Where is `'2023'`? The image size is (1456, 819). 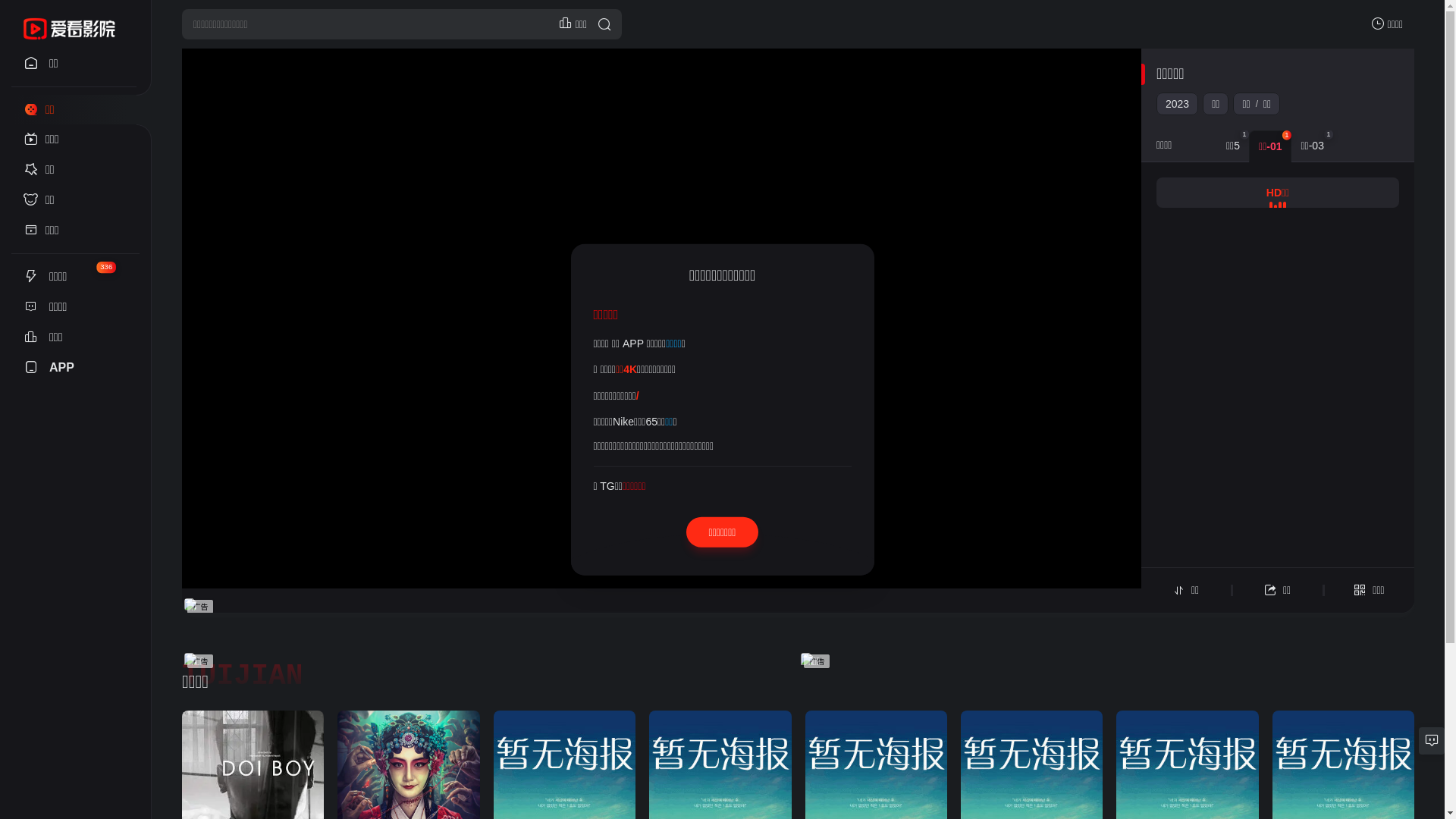 '2023' is located at coordinates (1164, 103).